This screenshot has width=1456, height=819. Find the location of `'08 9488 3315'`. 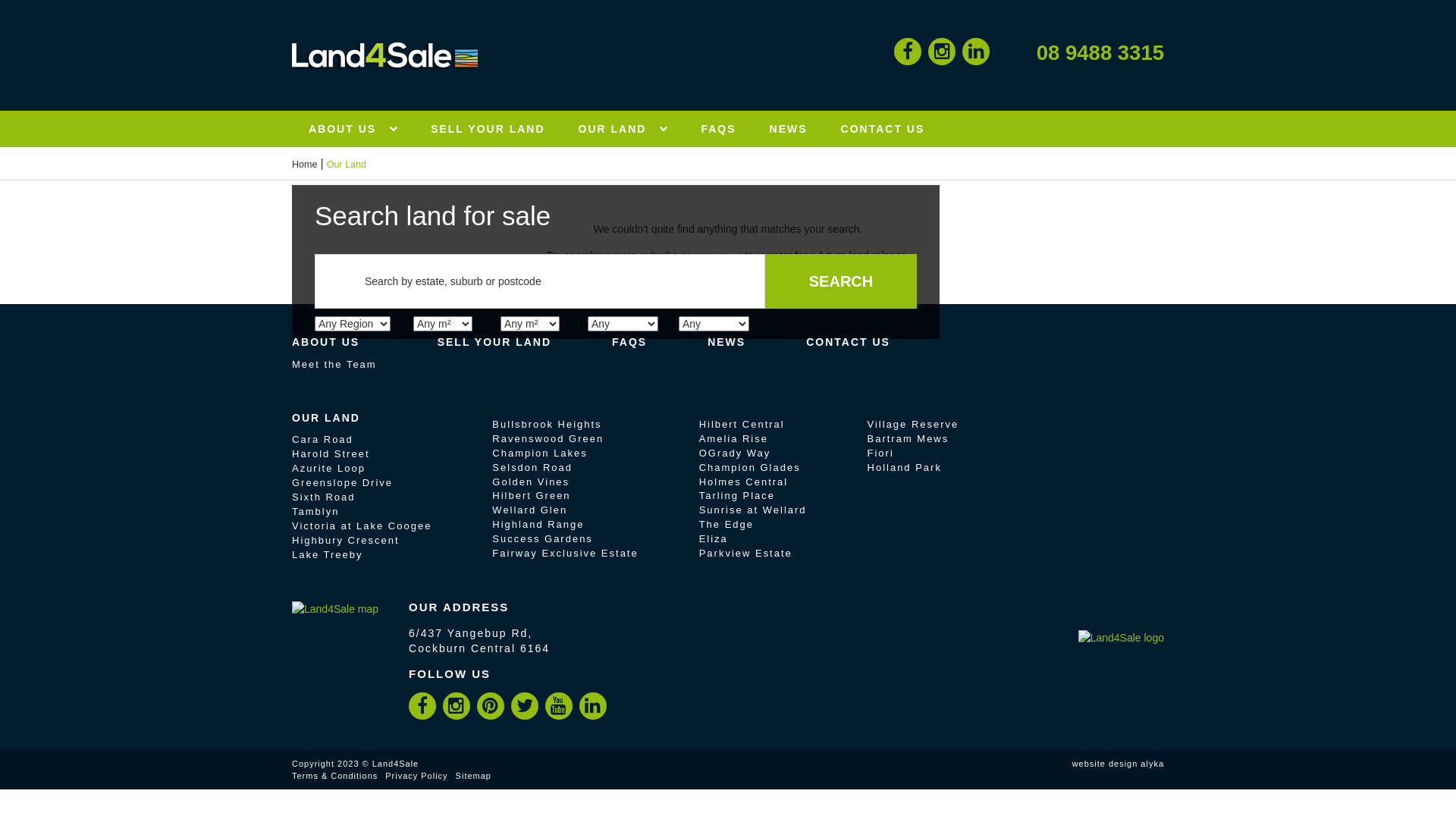

'08 9488 3315' is located at coordinates (1084, 52).